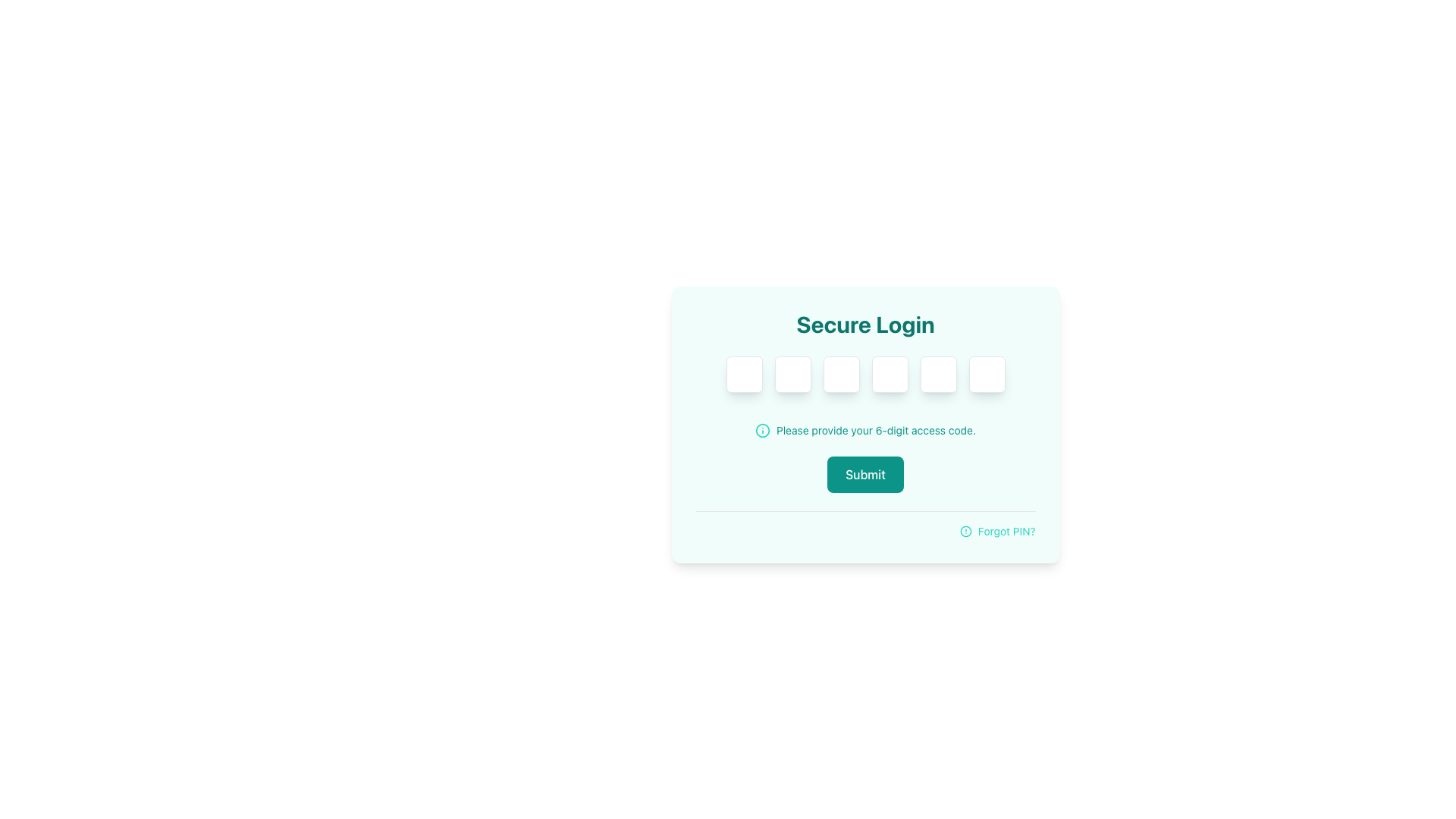 The image size is (1456, 819). What do you see at coordinates (965, 531) in the screenshot?
I see `SVG circle element located within the bottom-right corner of the alert icon, which is positioned to the right of the 'Forgot PIN?' link below the 'Submit' button on the Secure Login form` at bounding box center [965, 531].